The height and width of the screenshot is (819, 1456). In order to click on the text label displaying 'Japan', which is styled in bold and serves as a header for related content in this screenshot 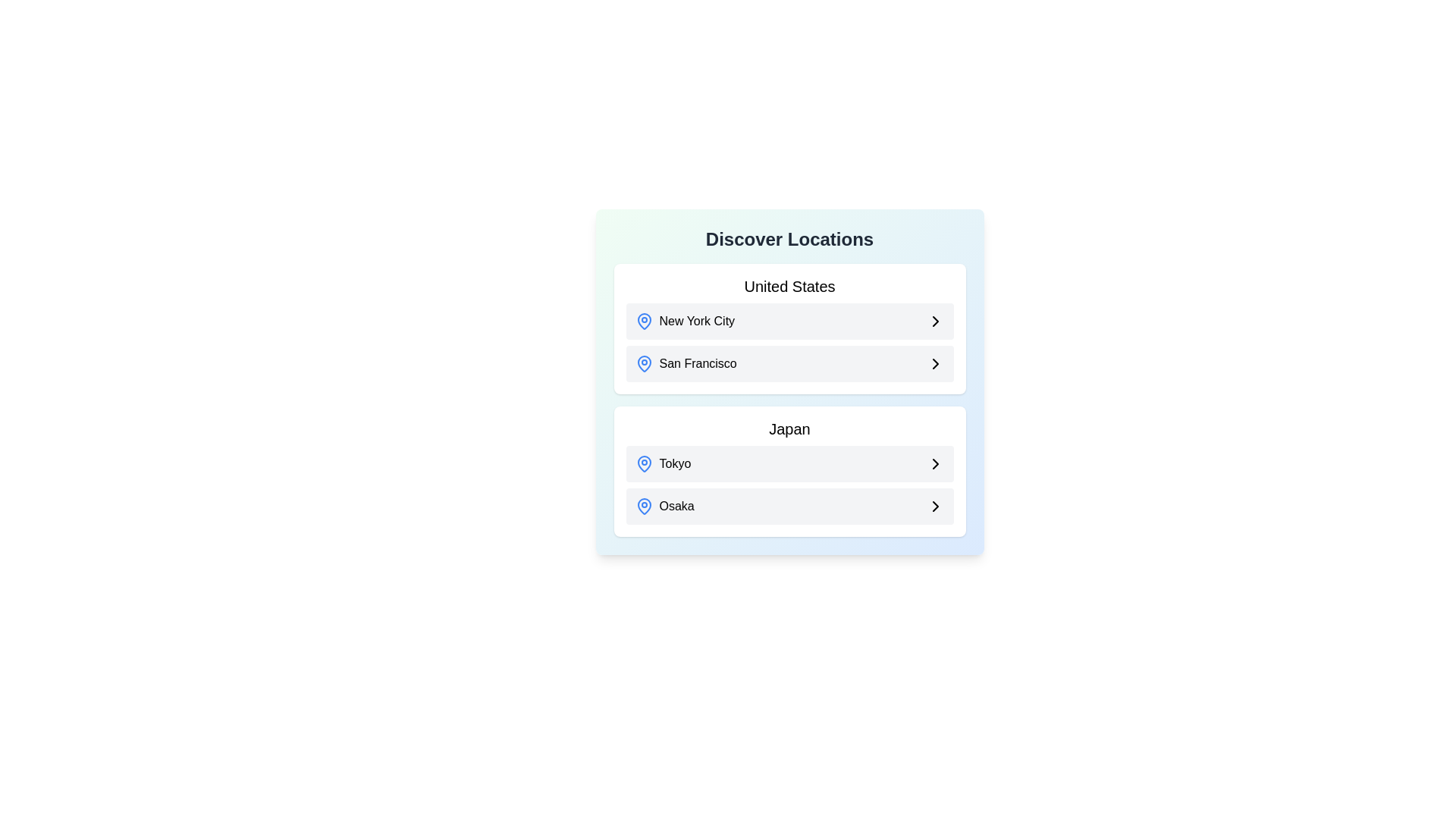, I will do `click(789, 429)`.